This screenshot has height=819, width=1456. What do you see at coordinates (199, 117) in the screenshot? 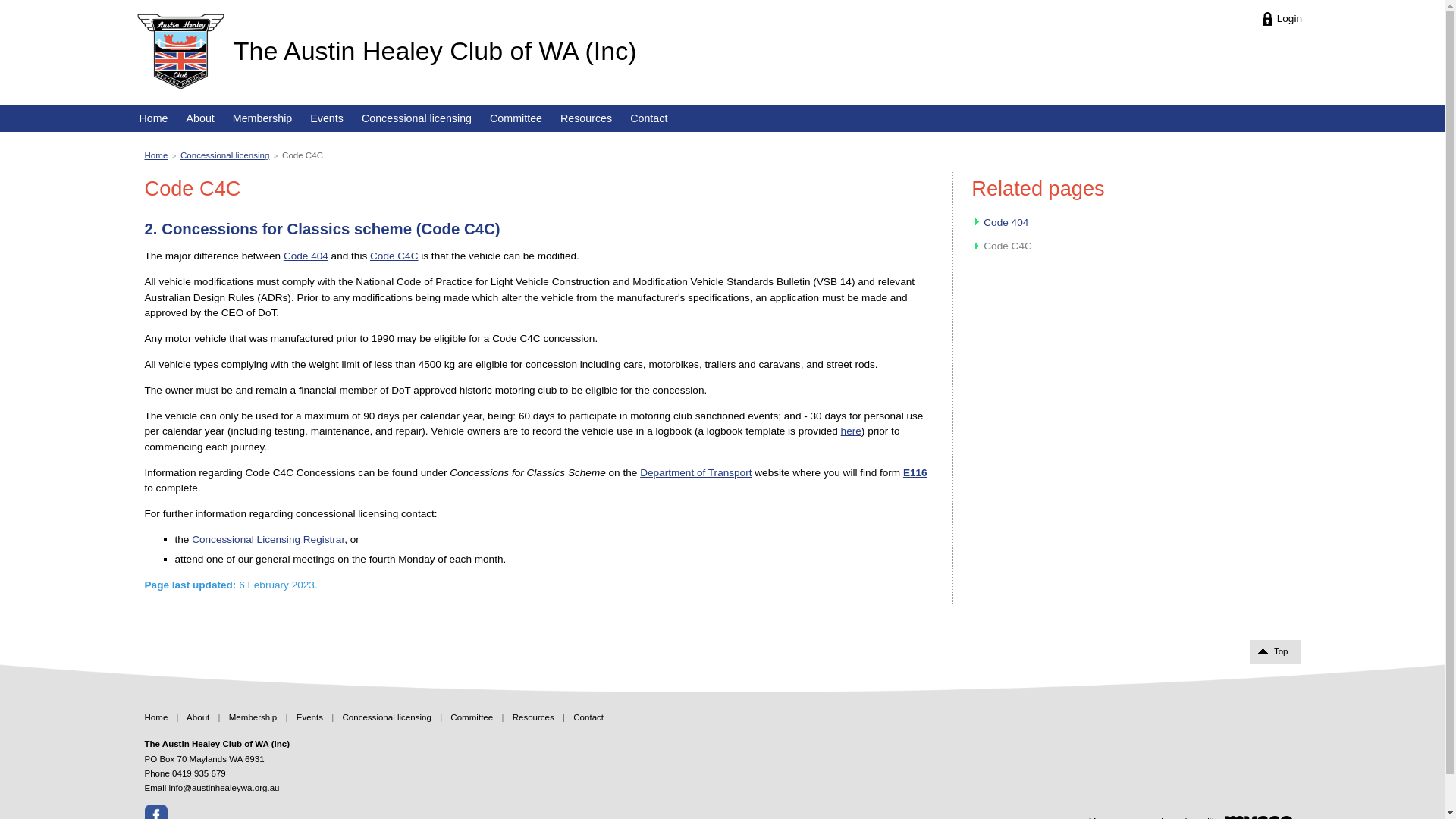
I see `'About'` at bounding box center [199, 117].